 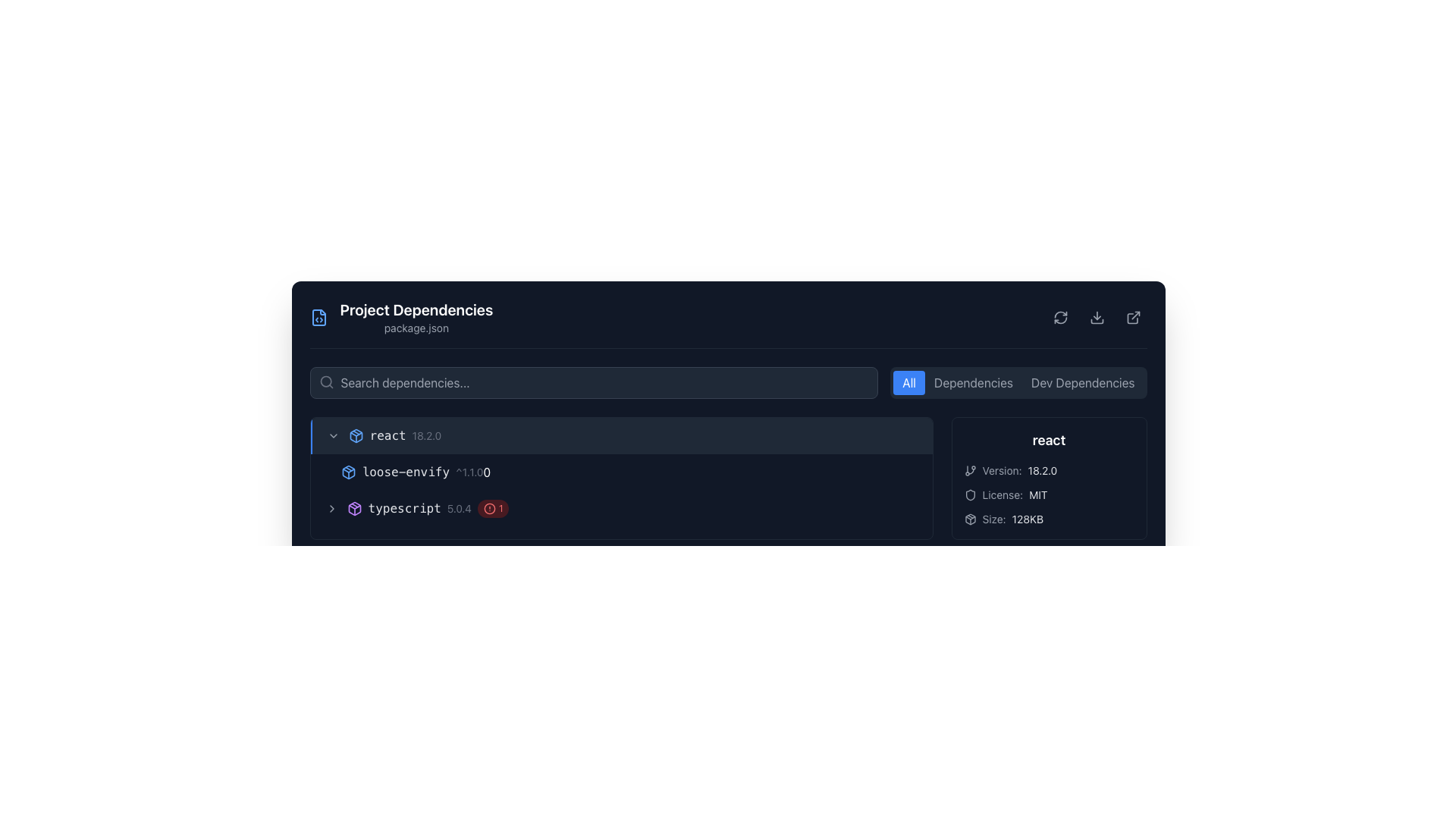 I want to click on the text label displaying 'react' in a monospaced font style, which is part of the Project Dependencies interface and positioned between a blue package icon and the version number '18.2.0', so click(x=388, y=435).